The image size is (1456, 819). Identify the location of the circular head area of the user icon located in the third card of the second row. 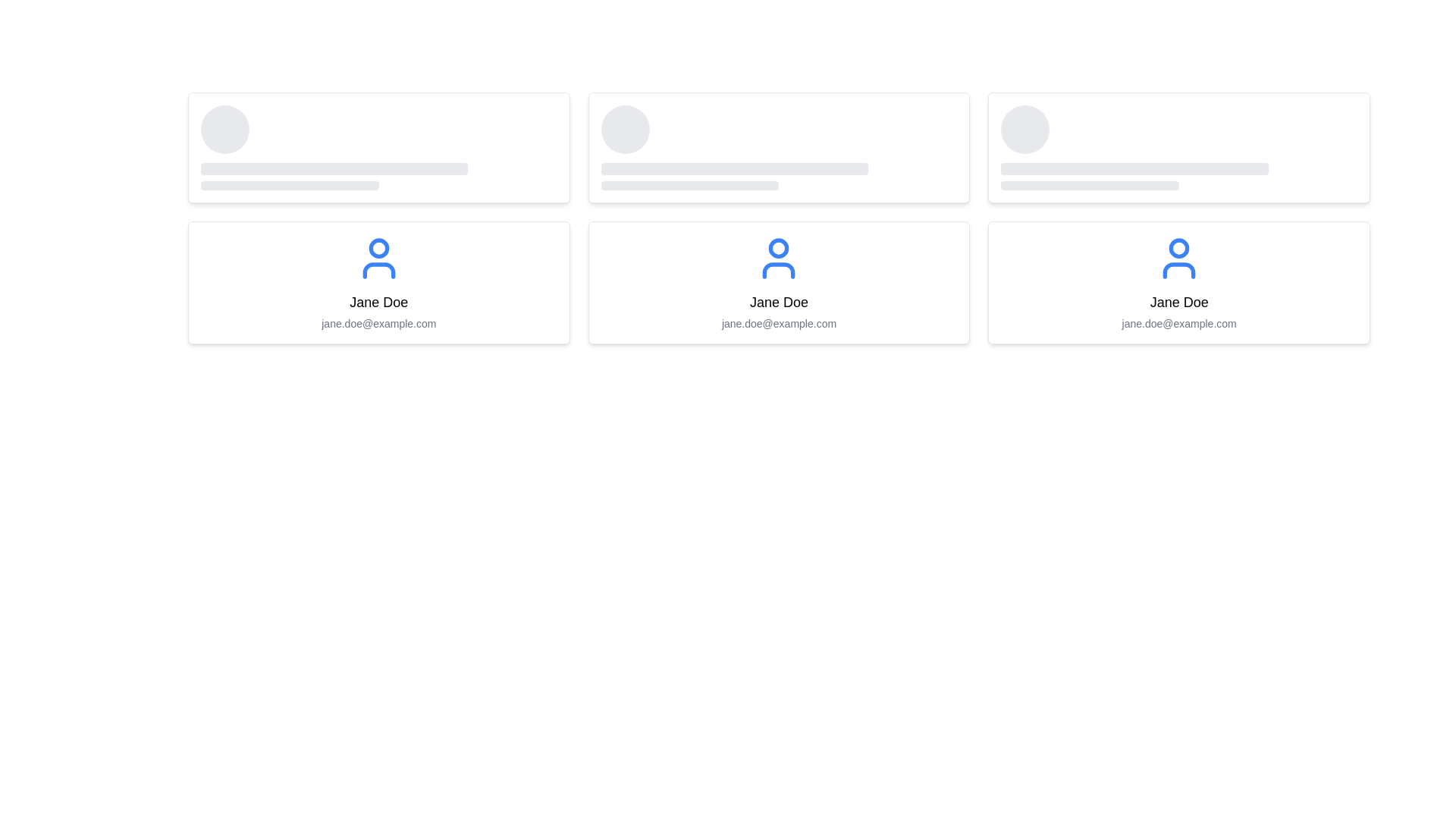
(1178, 247).